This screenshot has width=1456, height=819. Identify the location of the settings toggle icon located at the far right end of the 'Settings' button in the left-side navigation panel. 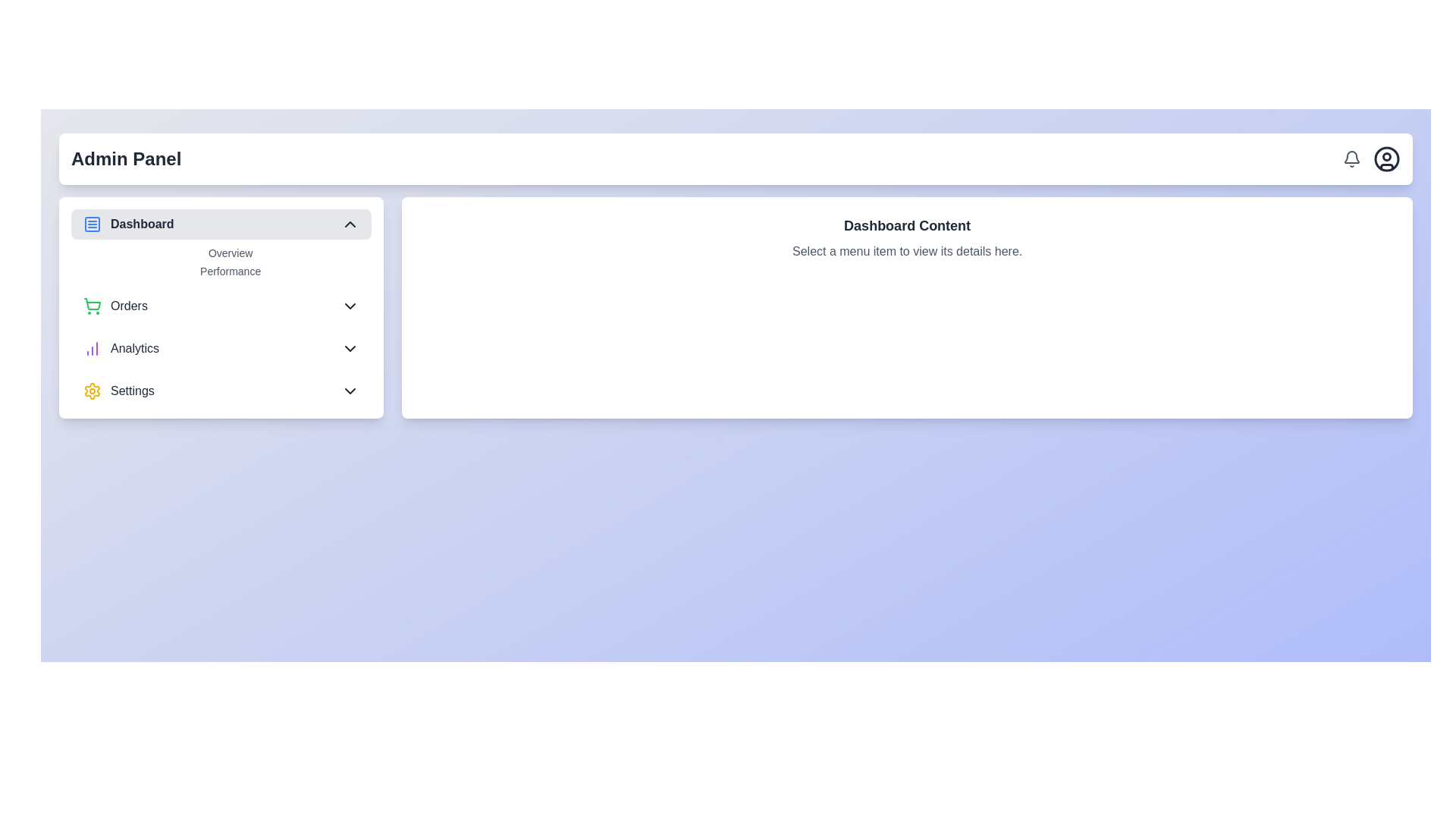
(350, 391).